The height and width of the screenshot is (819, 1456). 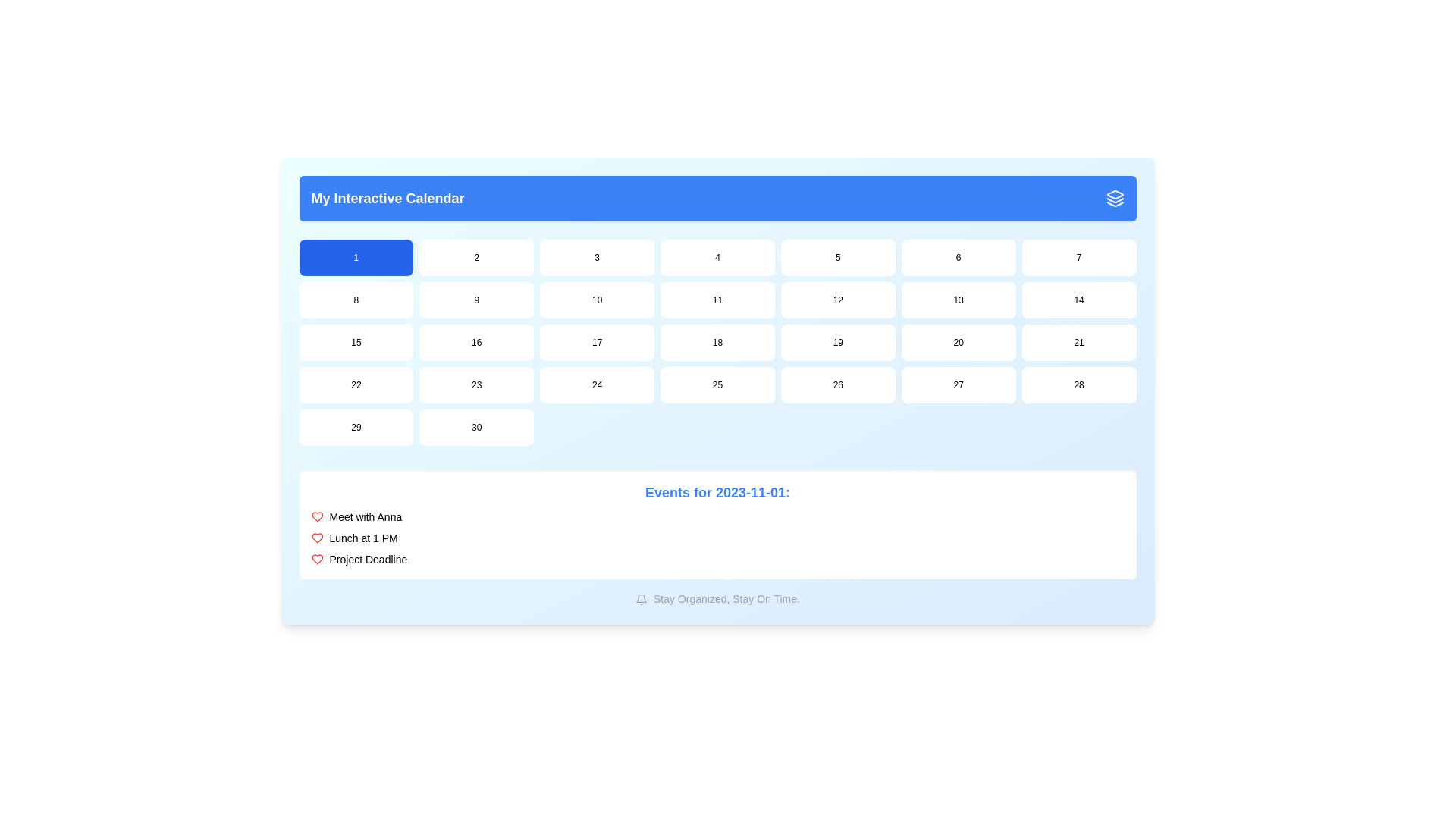 What do you see at coordinates (837, 342) in the screenshot?
I see `the selectable day button in the calendar interface located in the fifth row and fifth column, adjacent to 18 on the left and 20 on the right` at bounding box center [837, 342].